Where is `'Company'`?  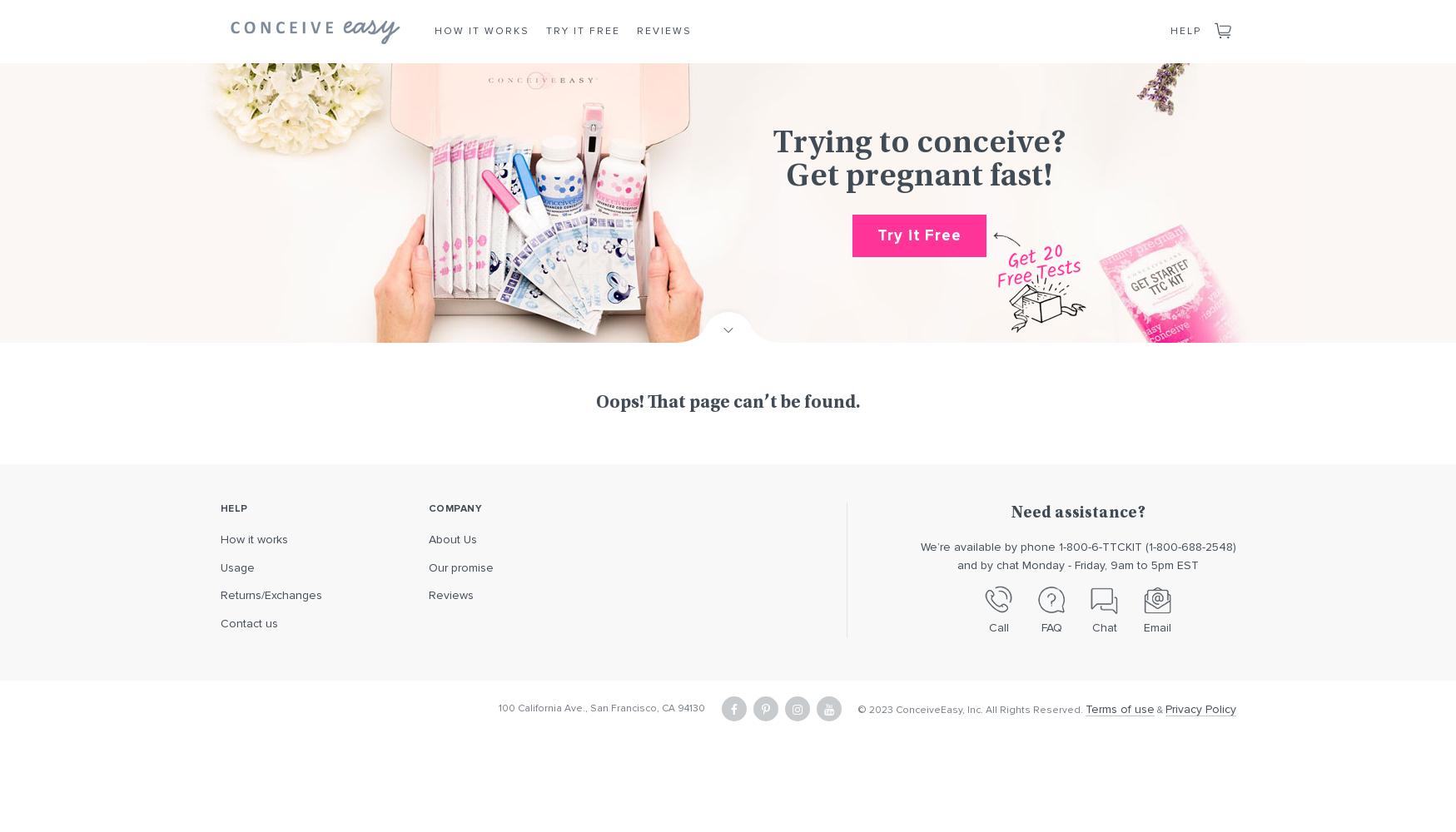 'Company' is located at coordinates (454, 508).